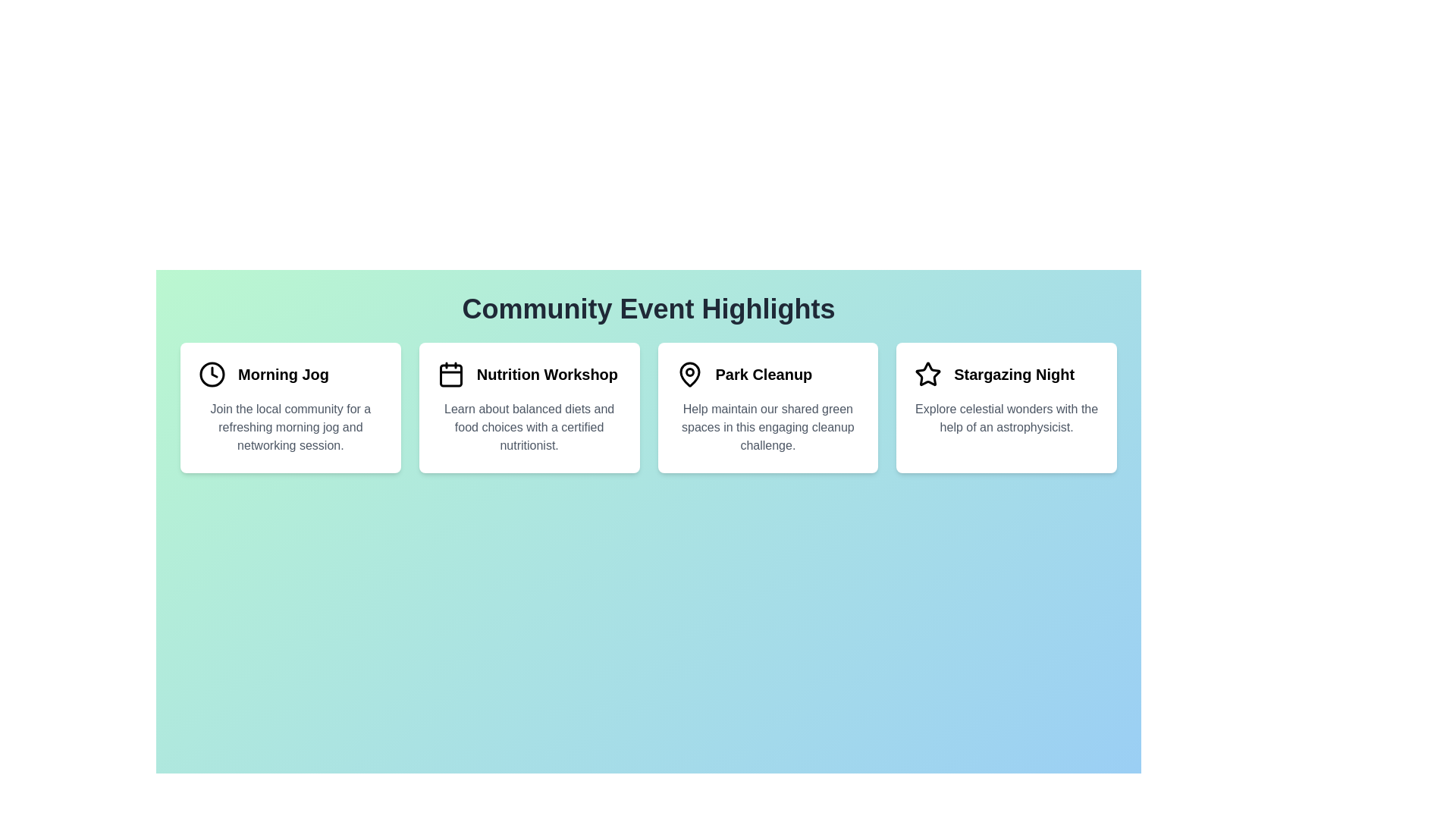  I want to click on the map pin icon graphic located in the upper-left section of the 'Park Cleanup' card, which serves as a location indicator, so click(689, 374).